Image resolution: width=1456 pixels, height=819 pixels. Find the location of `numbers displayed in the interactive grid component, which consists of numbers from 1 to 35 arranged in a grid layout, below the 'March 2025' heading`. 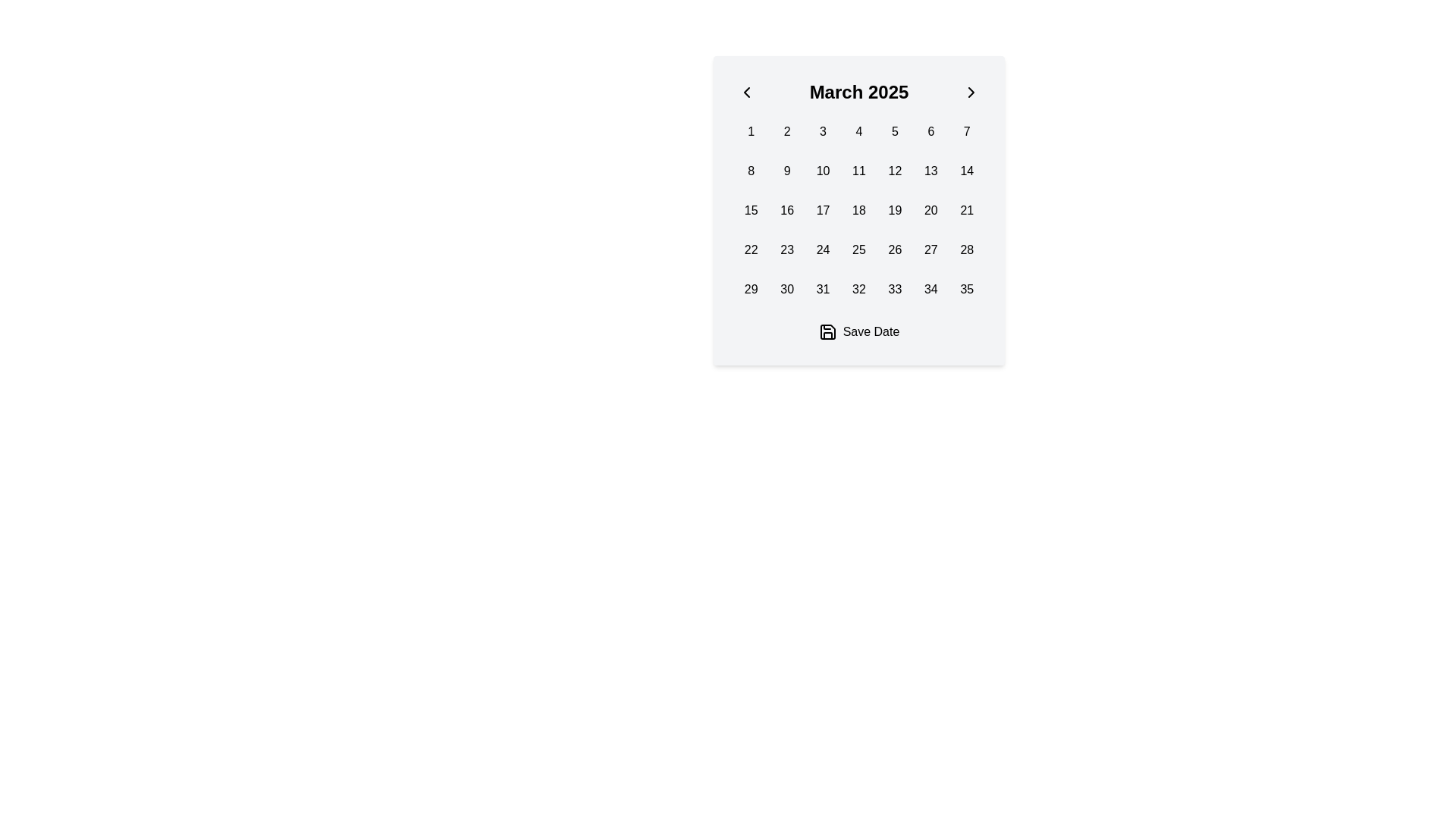

numbers displayed in the interactive grid component, which consists of numbers from 1 to 35 arranged in a grid layout, below the 'March 2025' heading is located at coordinates (858, 210).